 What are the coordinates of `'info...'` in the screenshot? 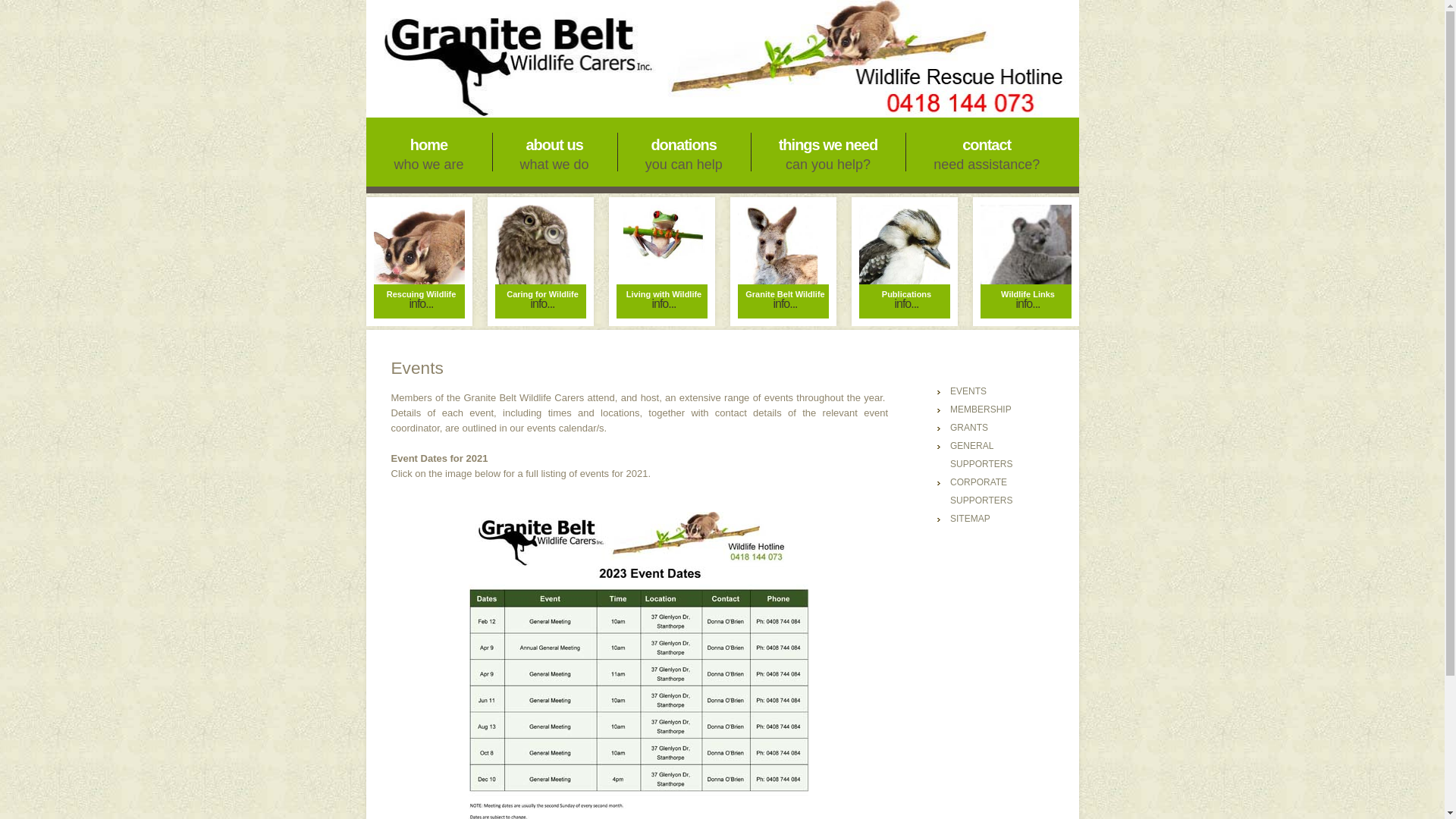 It's located at (550, 303).